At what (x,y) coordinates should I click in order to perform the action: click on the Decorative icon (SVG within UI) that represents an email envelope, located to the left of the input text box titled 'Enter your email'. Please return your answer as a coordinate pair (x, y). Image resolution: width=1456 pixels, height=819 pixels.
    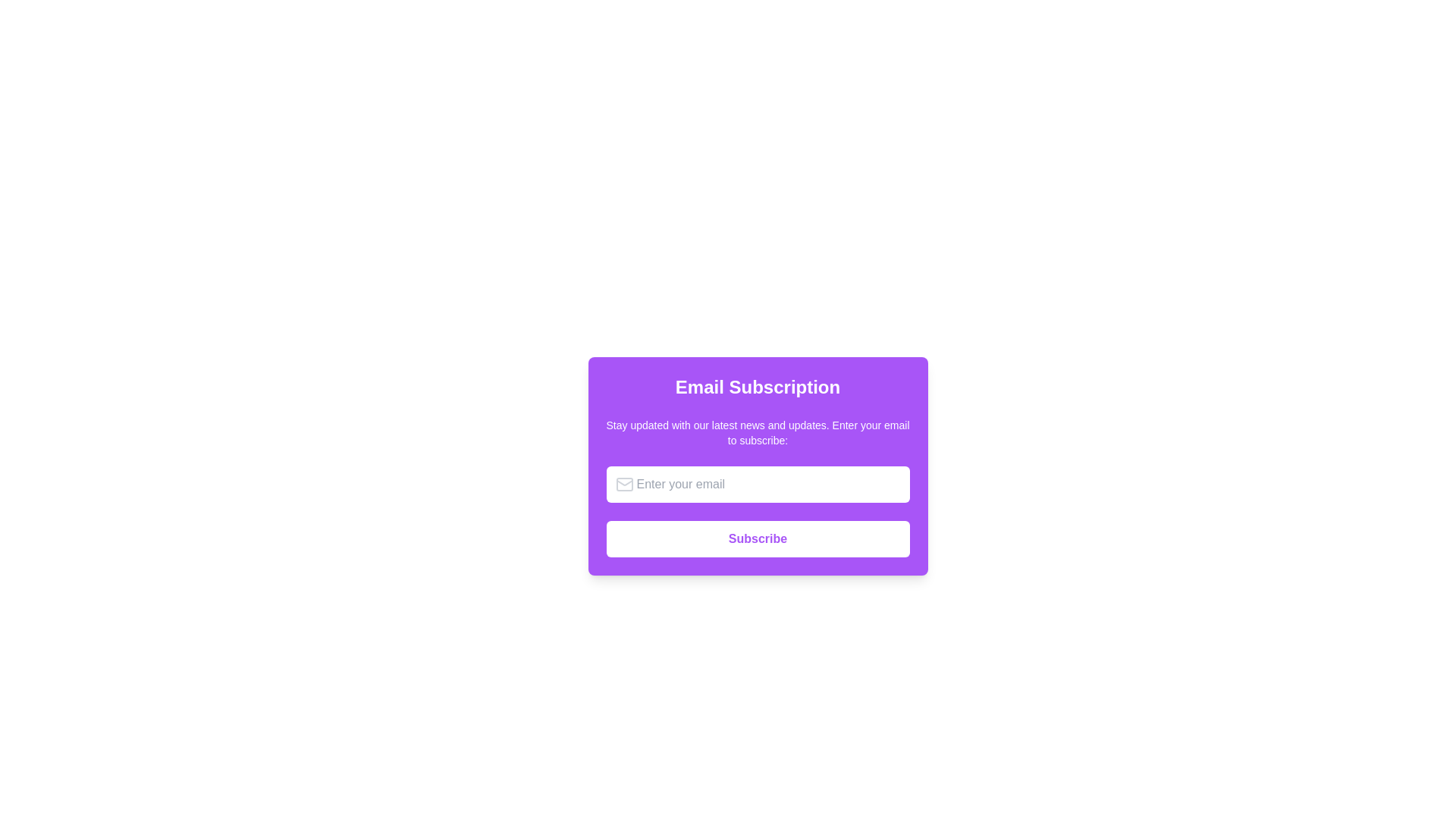
    Looking at the image, I should click on (624, 485).